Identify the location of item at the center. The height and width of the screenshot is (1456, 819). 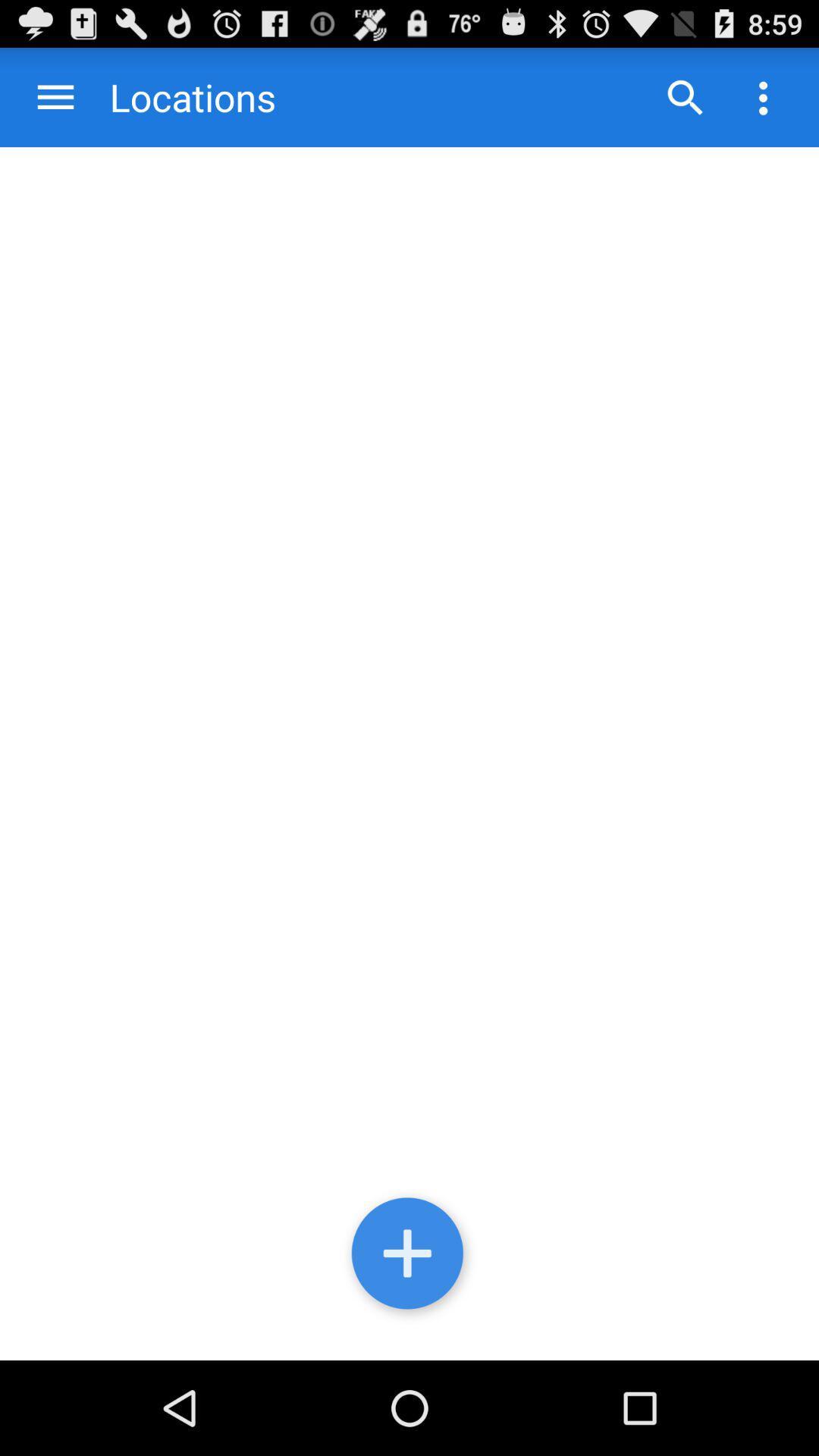
(409, 754).